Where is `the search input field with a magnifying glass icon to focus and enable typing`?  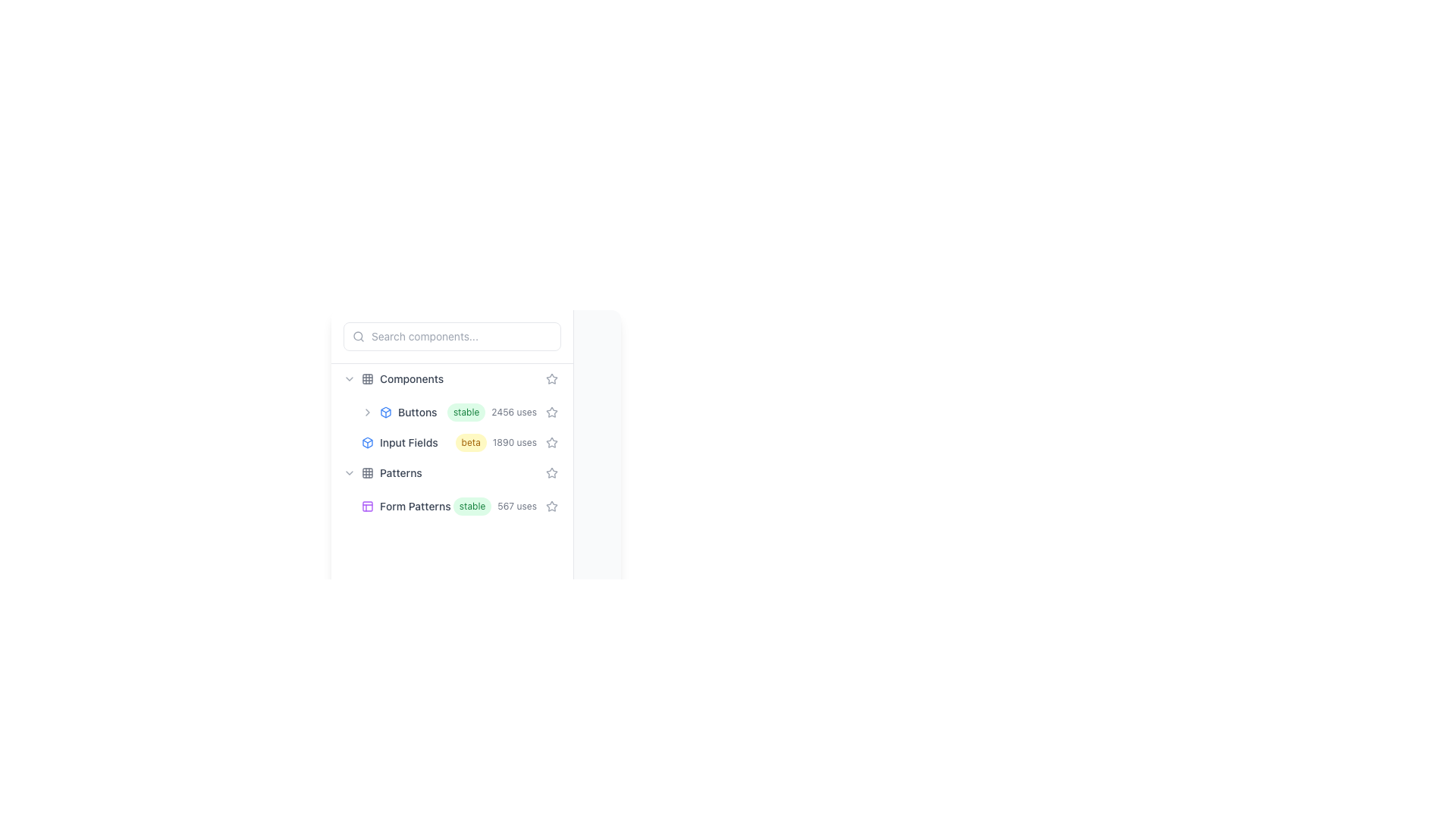
the search input field with a magnifying glass icon to focus and enable typing is located at coordinates (451, 335).